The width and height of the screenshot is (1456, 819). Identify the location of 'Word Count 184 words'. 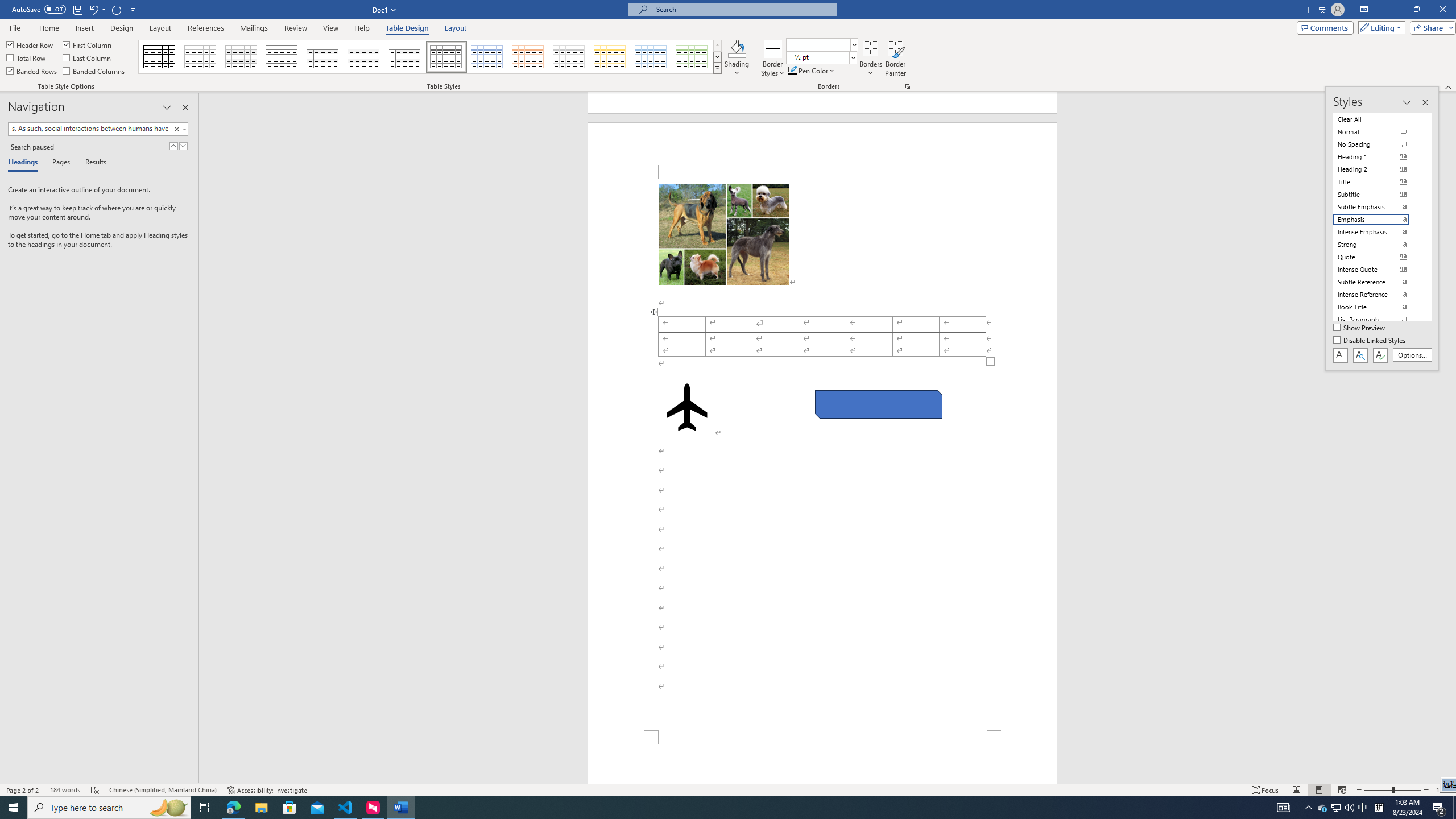
(64, 790).